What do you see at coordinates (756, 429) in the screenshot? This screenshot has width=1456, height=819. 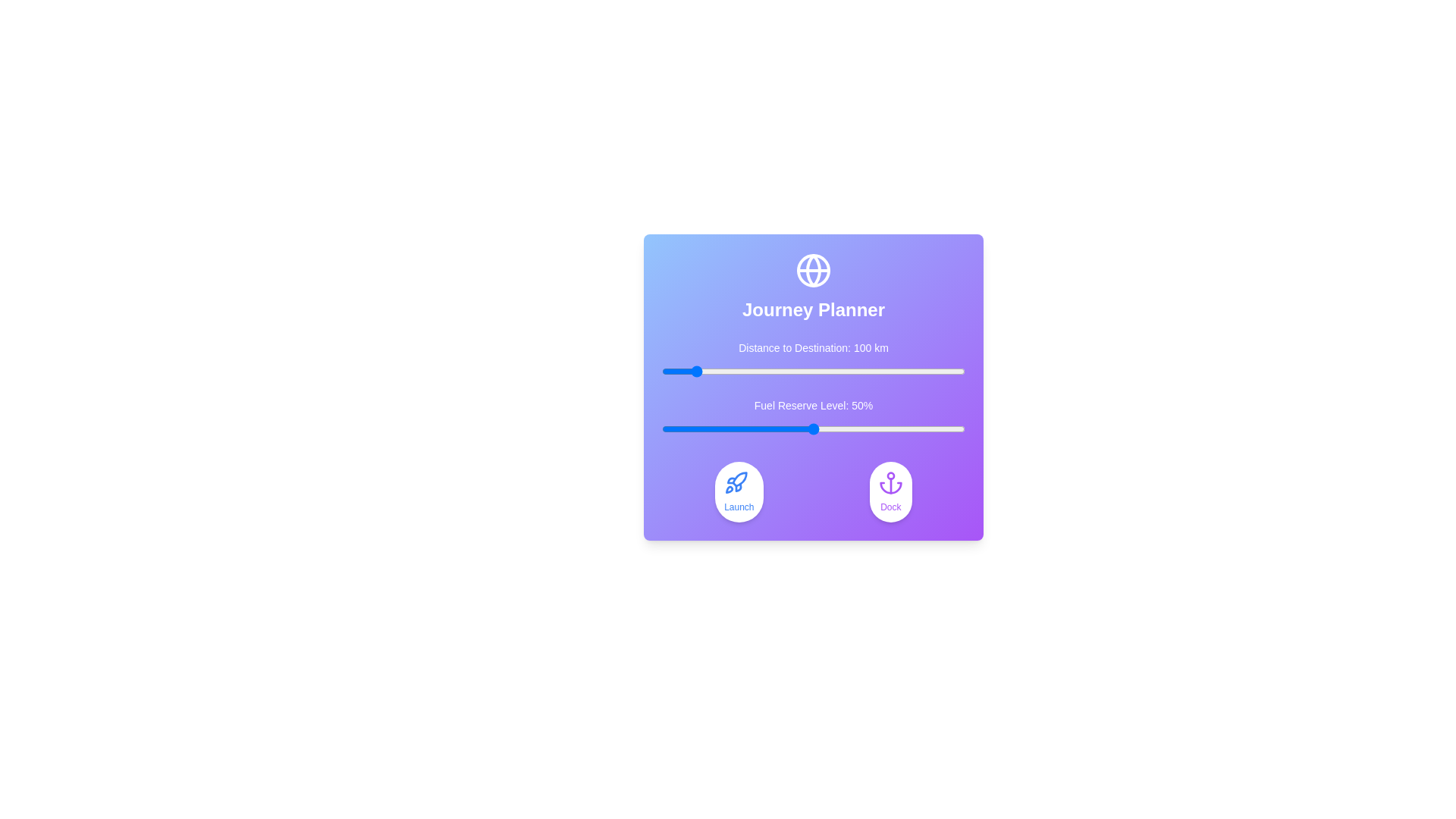 I see `the fuel reserve slider to 31%` at bounding box center [756, 429].